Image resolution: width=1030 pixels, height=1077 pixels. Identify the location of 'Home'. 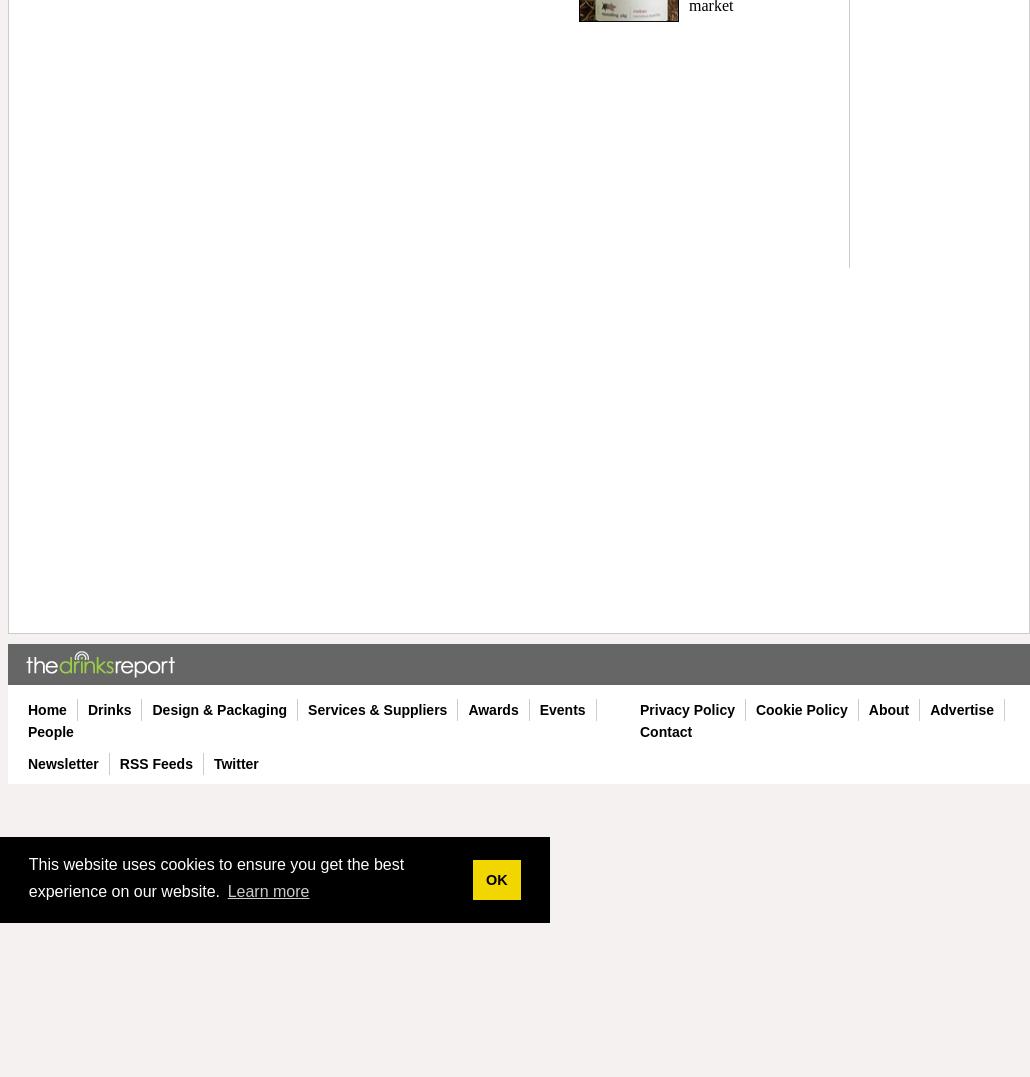
(28, 709).